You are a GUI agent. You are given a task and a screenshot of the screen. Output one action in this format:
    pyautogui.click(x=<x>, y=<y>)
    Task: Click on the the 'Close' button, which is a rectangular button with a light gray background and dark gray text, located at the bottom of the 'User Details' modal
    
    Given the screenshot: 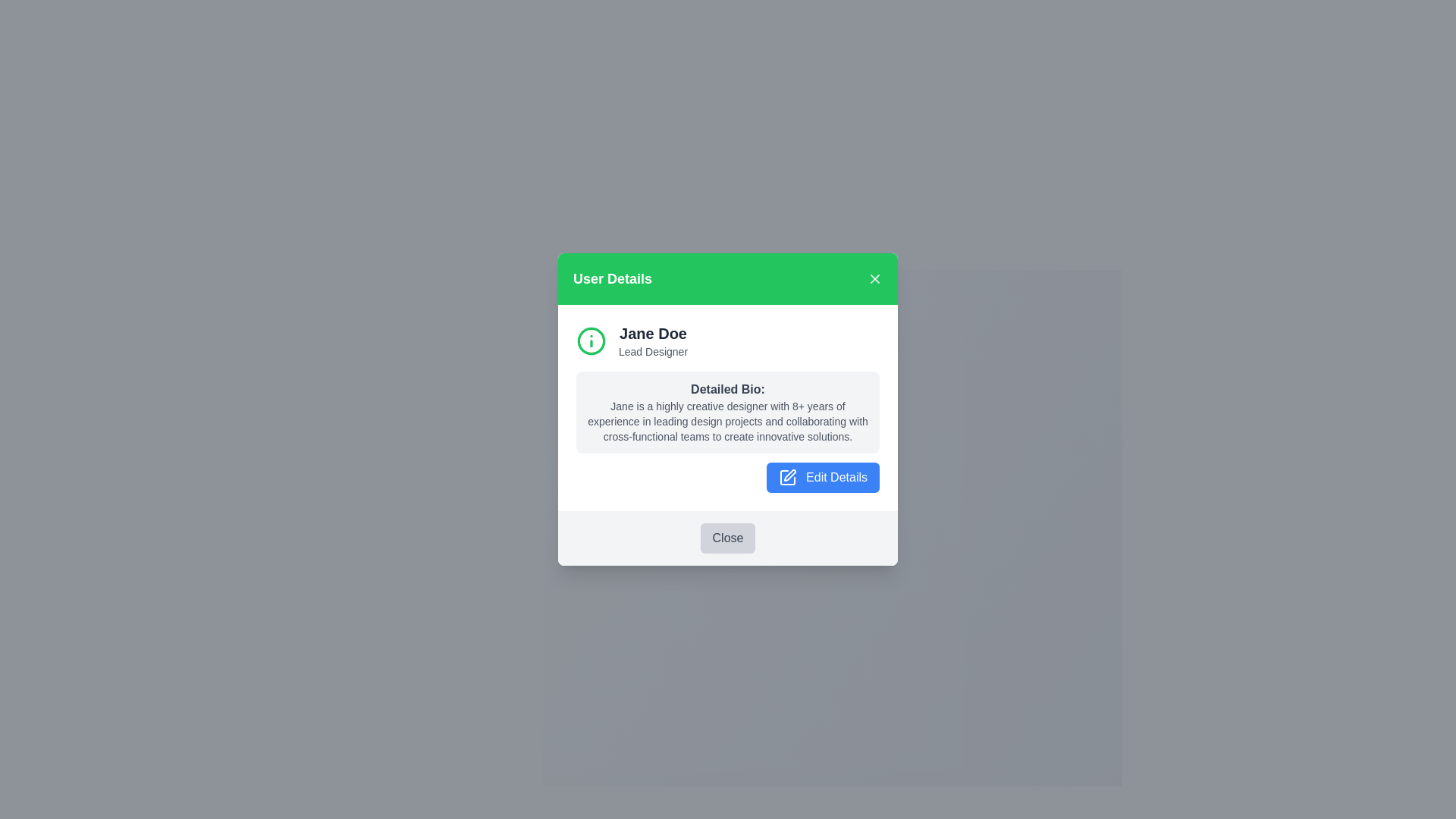 What is the action you would take?
    pyautogui.click(x=728, y=537)
    